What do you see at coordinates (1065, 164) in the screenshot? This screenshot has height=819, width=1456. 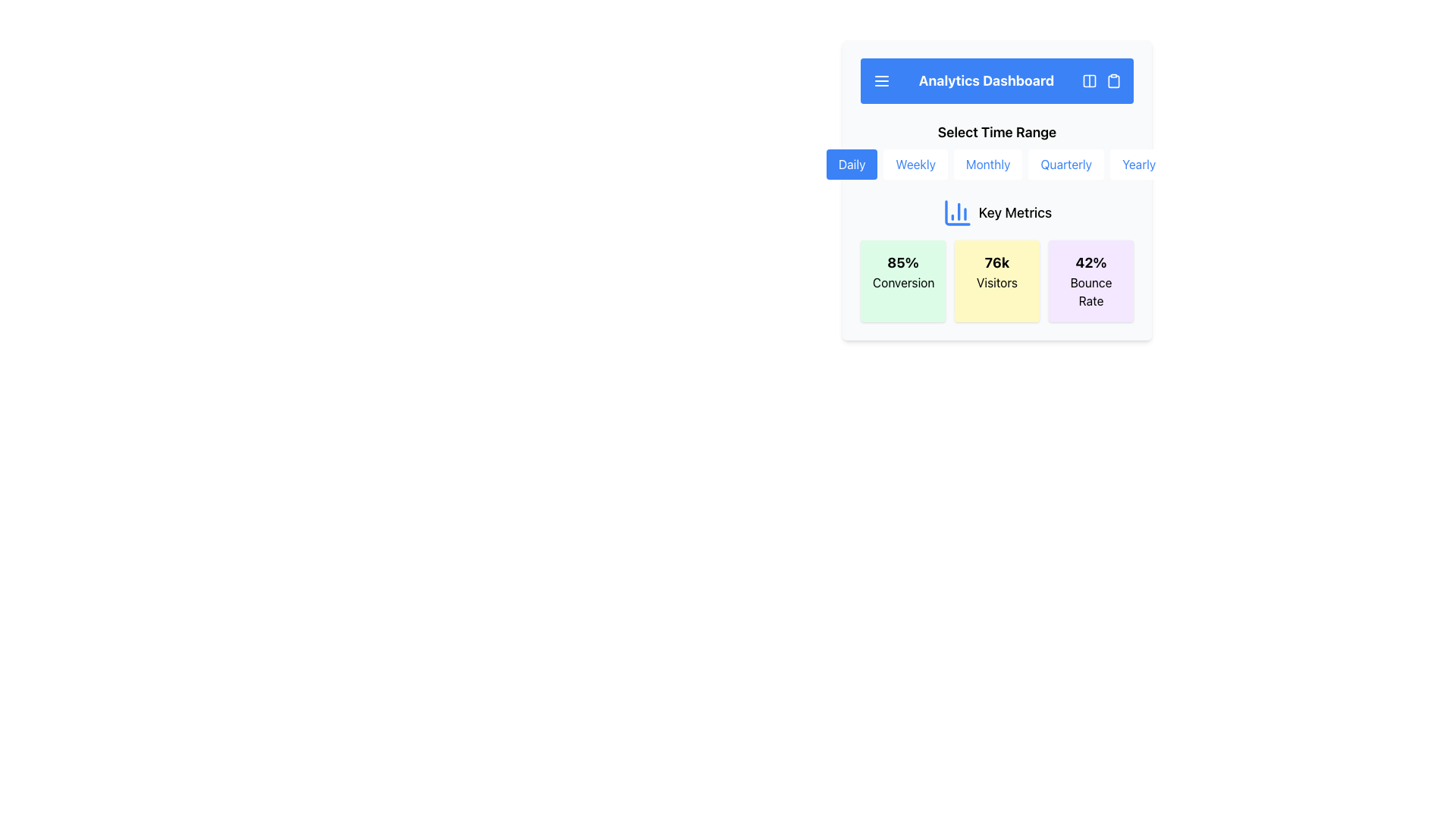 I see `the 'Quarterly' button located in the button group for time range selection to trigger hover effects` at bounding box center [1065, 164].